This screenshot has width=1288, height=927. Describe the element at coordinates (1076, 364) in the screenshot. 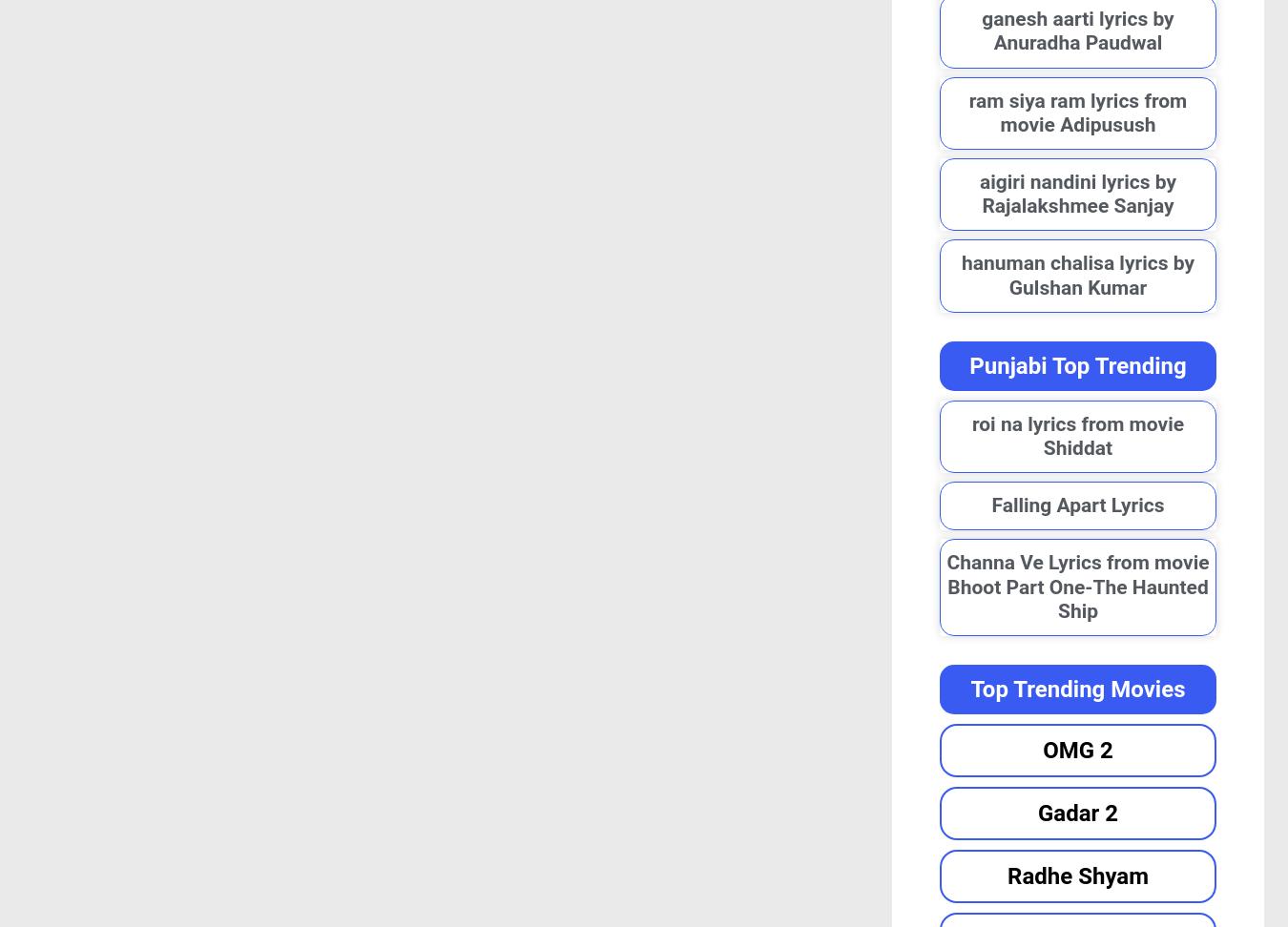

I see `'Punjabi Top Trending'` at that location.